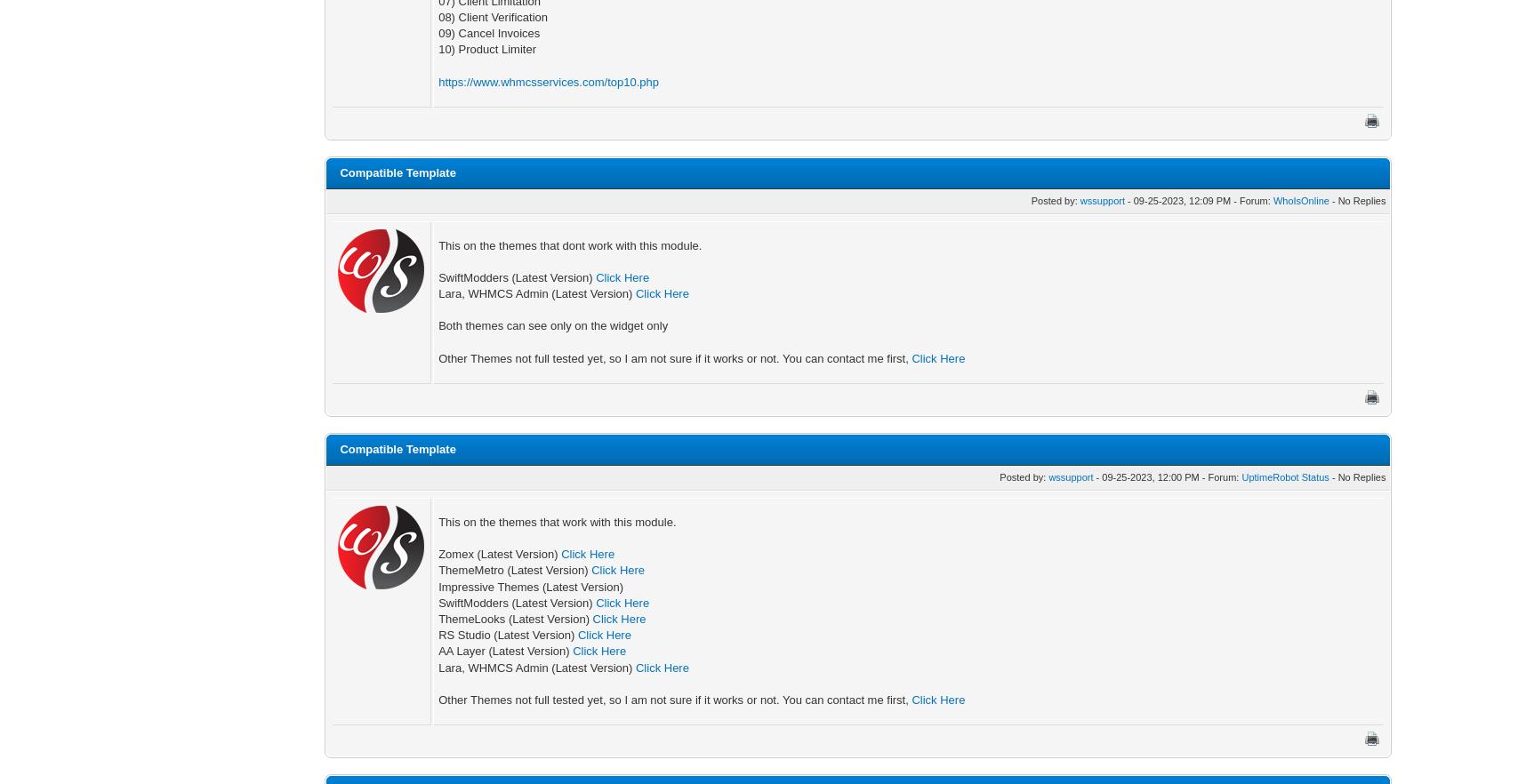  What do you see at coordinates (1123, 199) in the screenshot?
I see `'- 09-25-2023, 12:09 PM - Forum:'` at bounding box center [1123, 199].